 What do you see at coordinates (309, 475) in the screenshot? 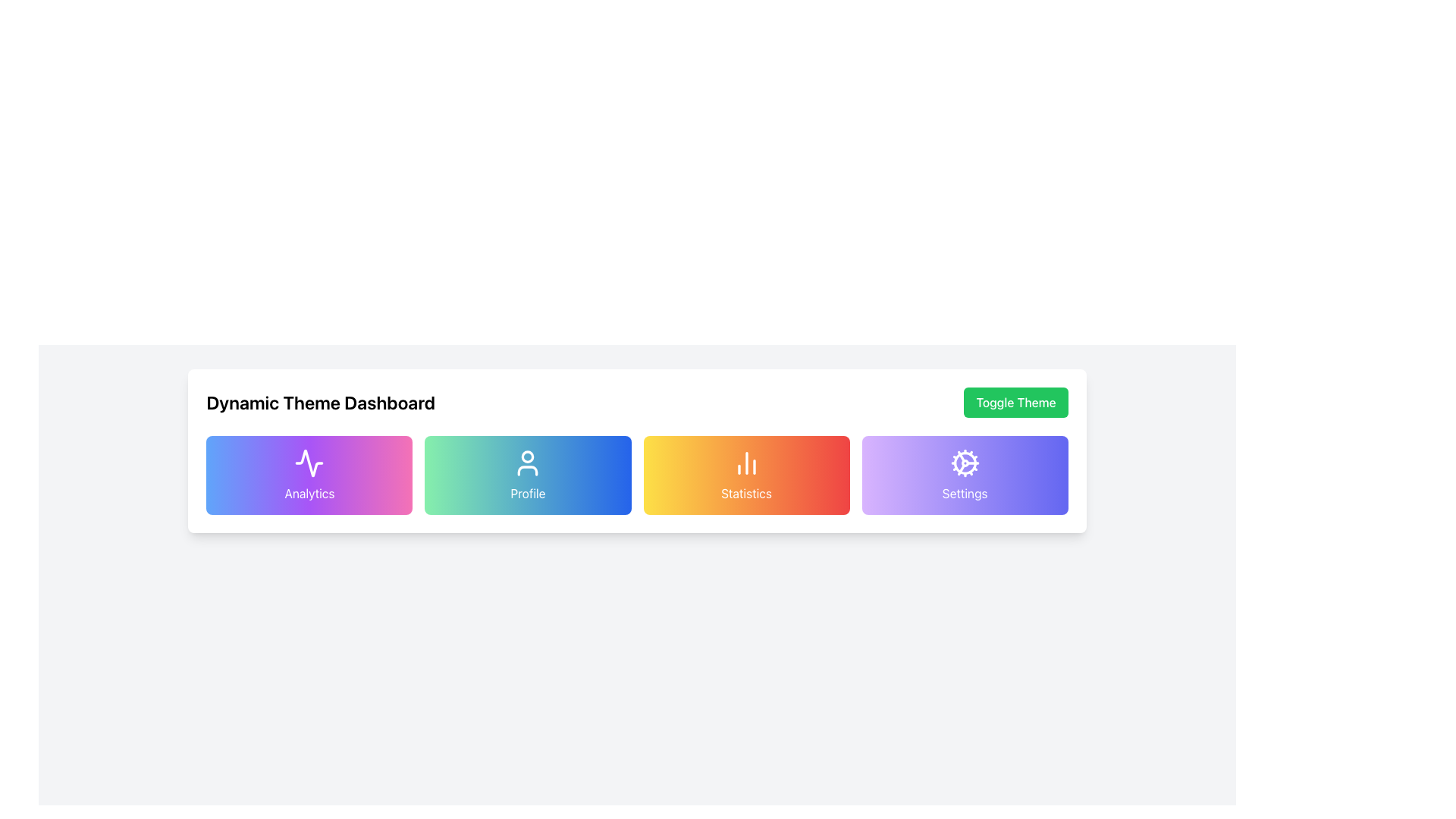
I see `the first navigational button in the grid` at bounding box center [309, 475].